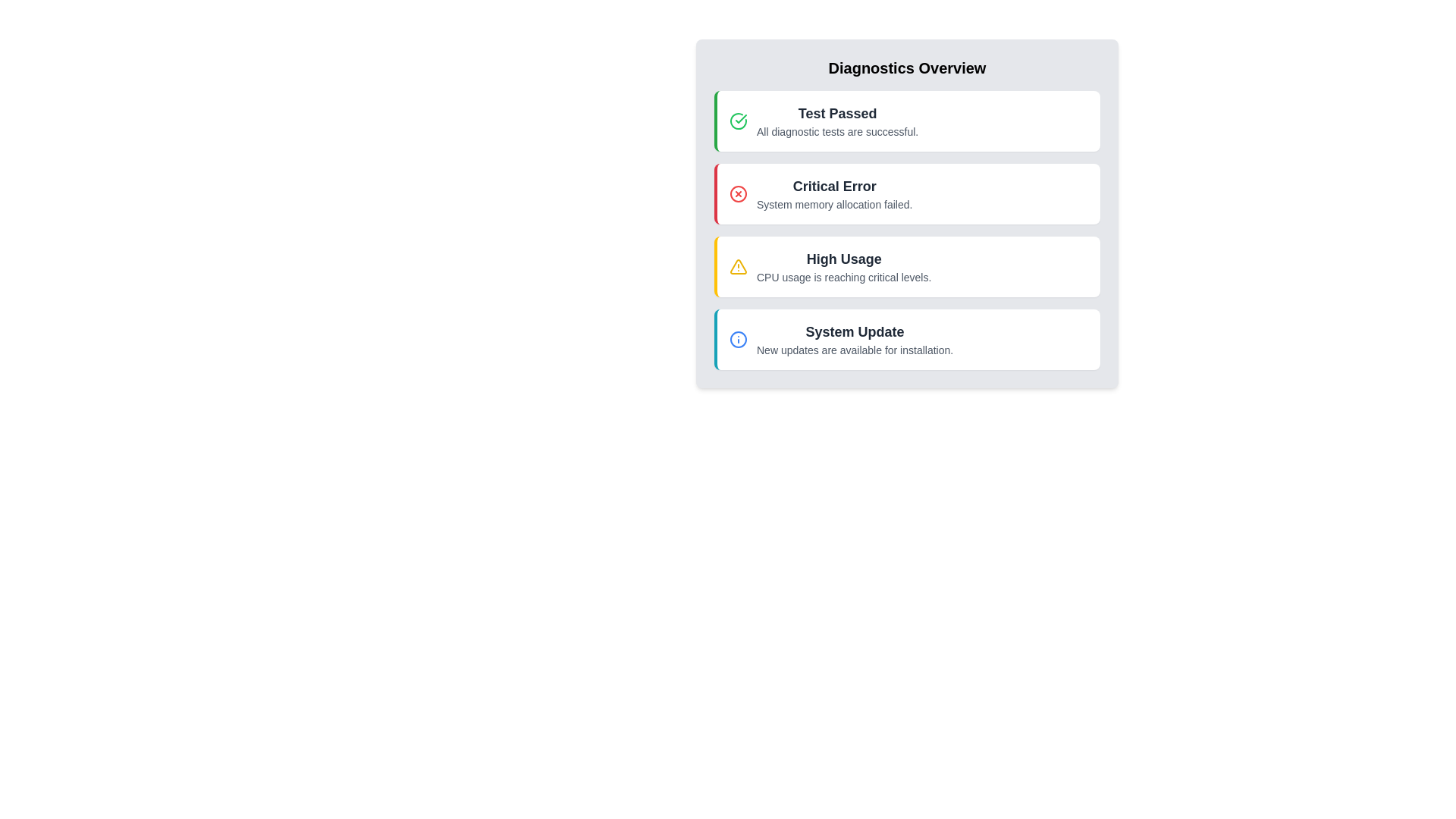 The image size is (1456, 819). What do you see at coordinates (836, 113) in the screenshot?
I see `the first line of text indicating the successful status of a diagnostic test, located at the top of the vertical list of diagnostic statuses` at bounding box center [836, 113].